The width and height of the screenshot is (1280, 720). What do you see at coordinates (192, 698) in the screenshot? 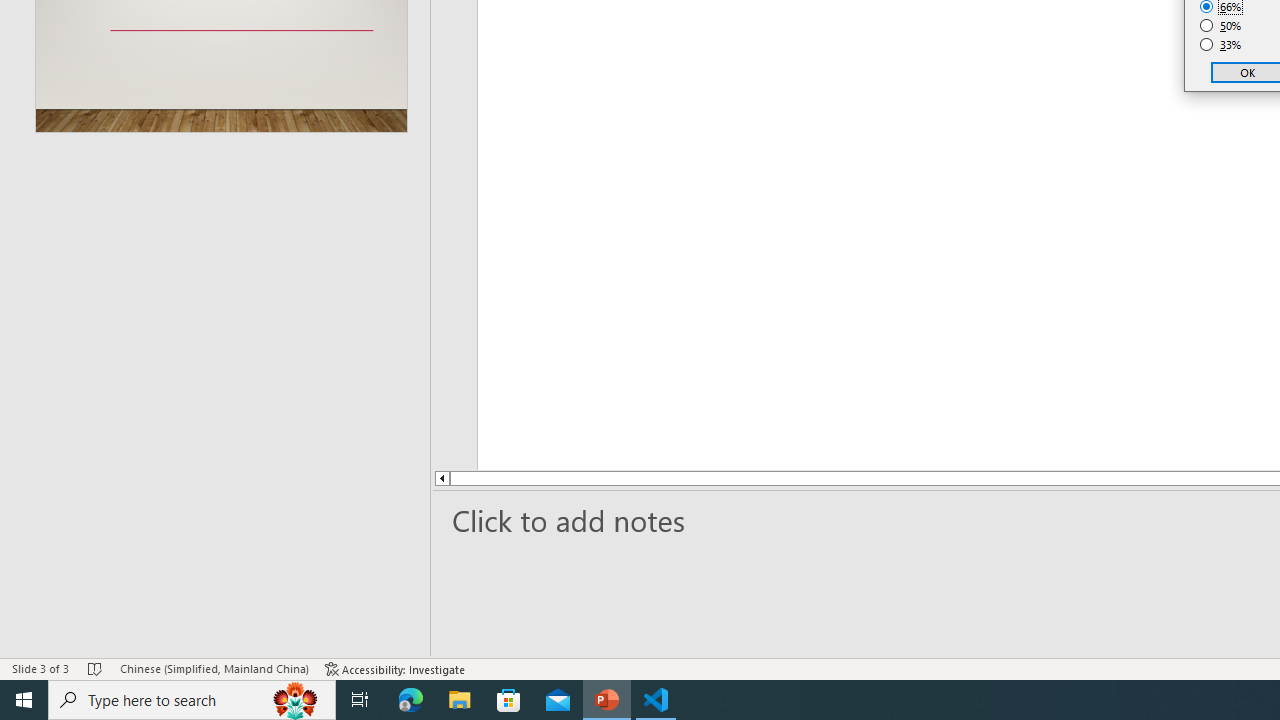
I see `'Type here to search'` at bounding box center [192, 698].